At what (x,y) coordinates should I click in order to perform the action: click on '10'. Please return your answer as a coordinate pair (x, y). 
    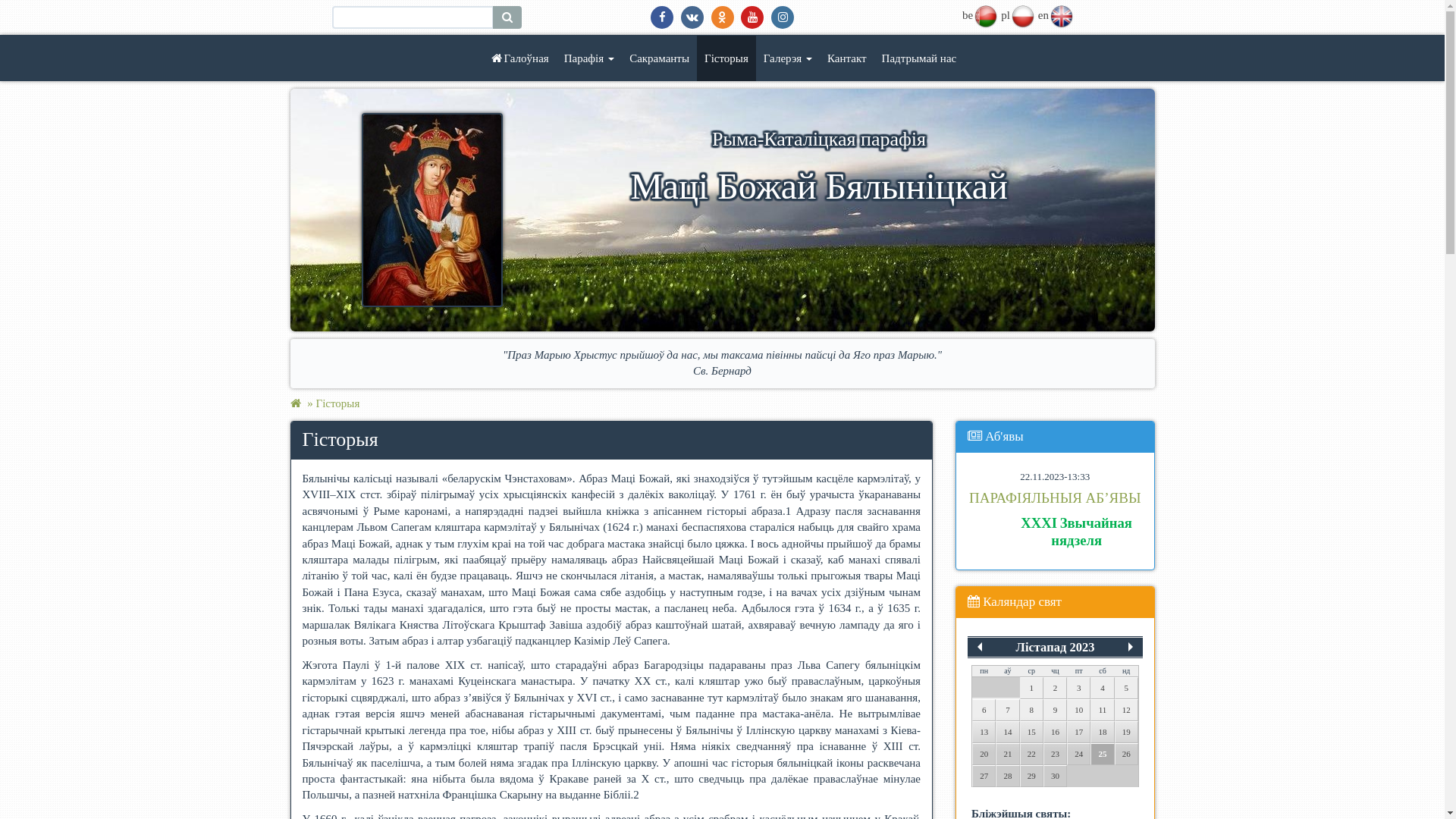
    Looking at the image, I should click on (1078, 710).